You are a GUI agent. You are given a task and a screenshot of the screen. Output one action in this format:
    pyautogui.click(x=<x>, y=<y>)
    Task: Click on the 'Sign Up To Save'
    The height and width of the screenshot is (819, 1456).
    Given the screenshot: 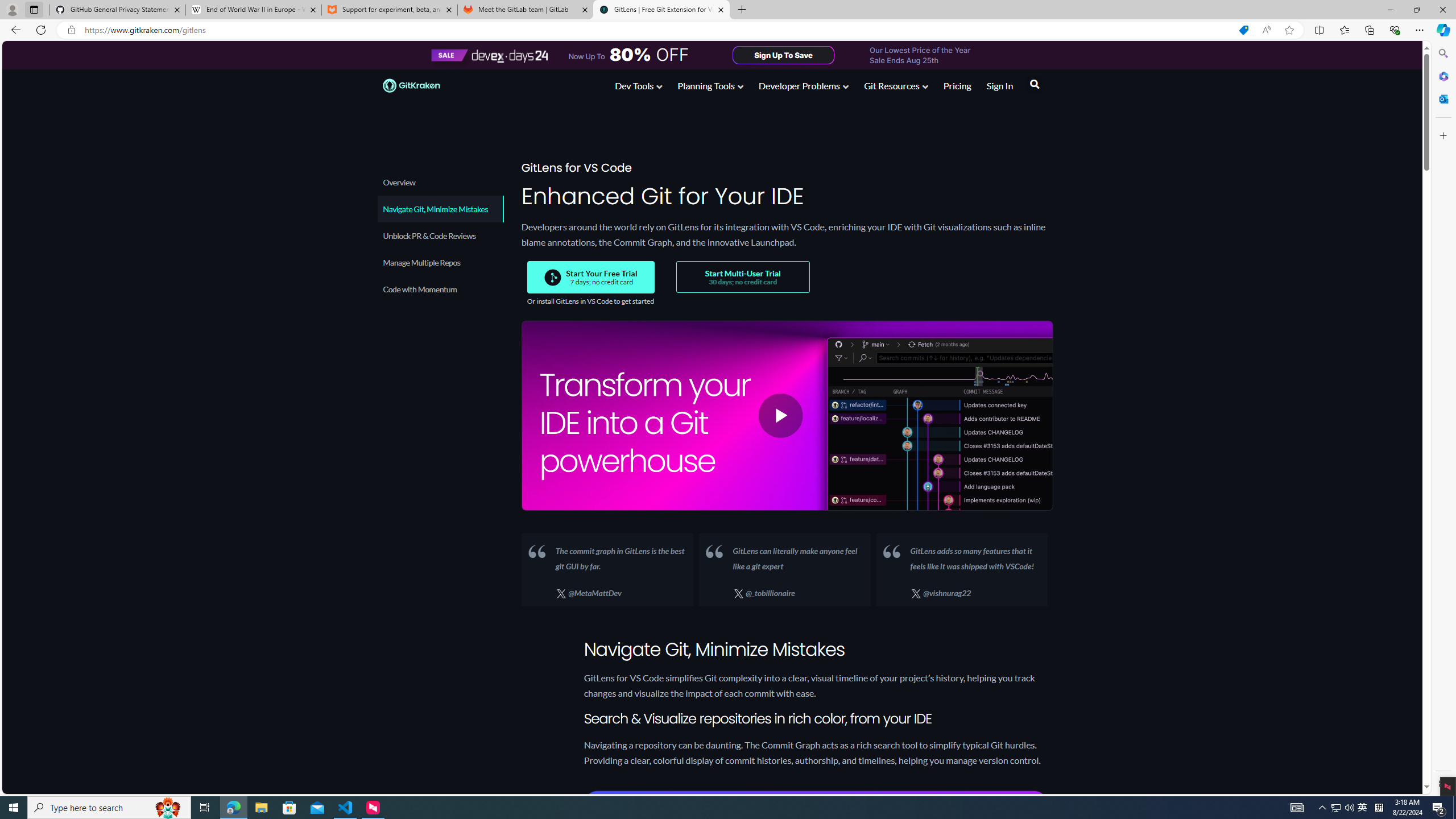 What is the action you would take?
    pyautogui.click(x=783, y=54)
    